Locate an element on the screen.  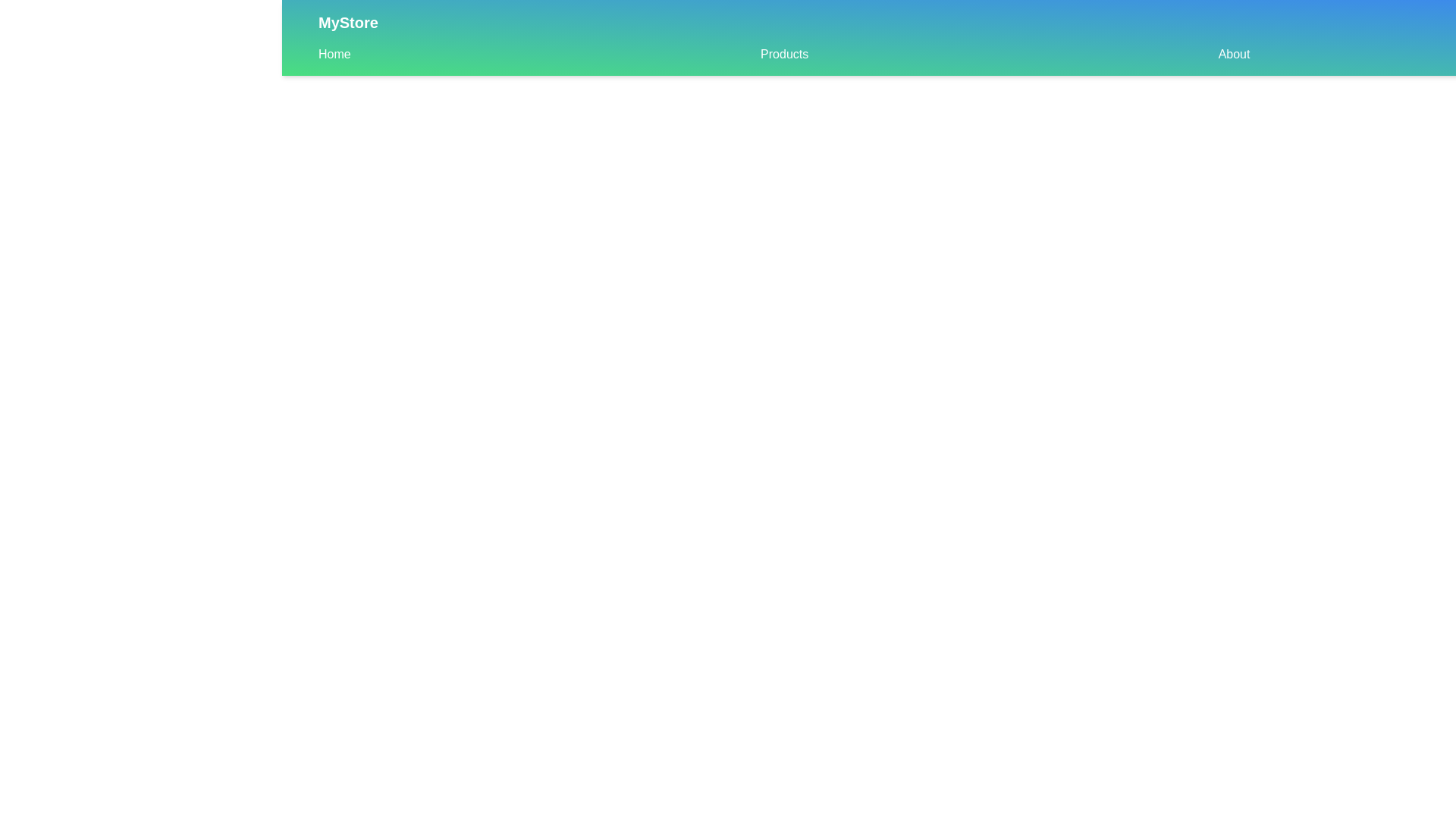
the 'MyStore' logo text in the CustomAppBar is located at coordinates (347, 23).